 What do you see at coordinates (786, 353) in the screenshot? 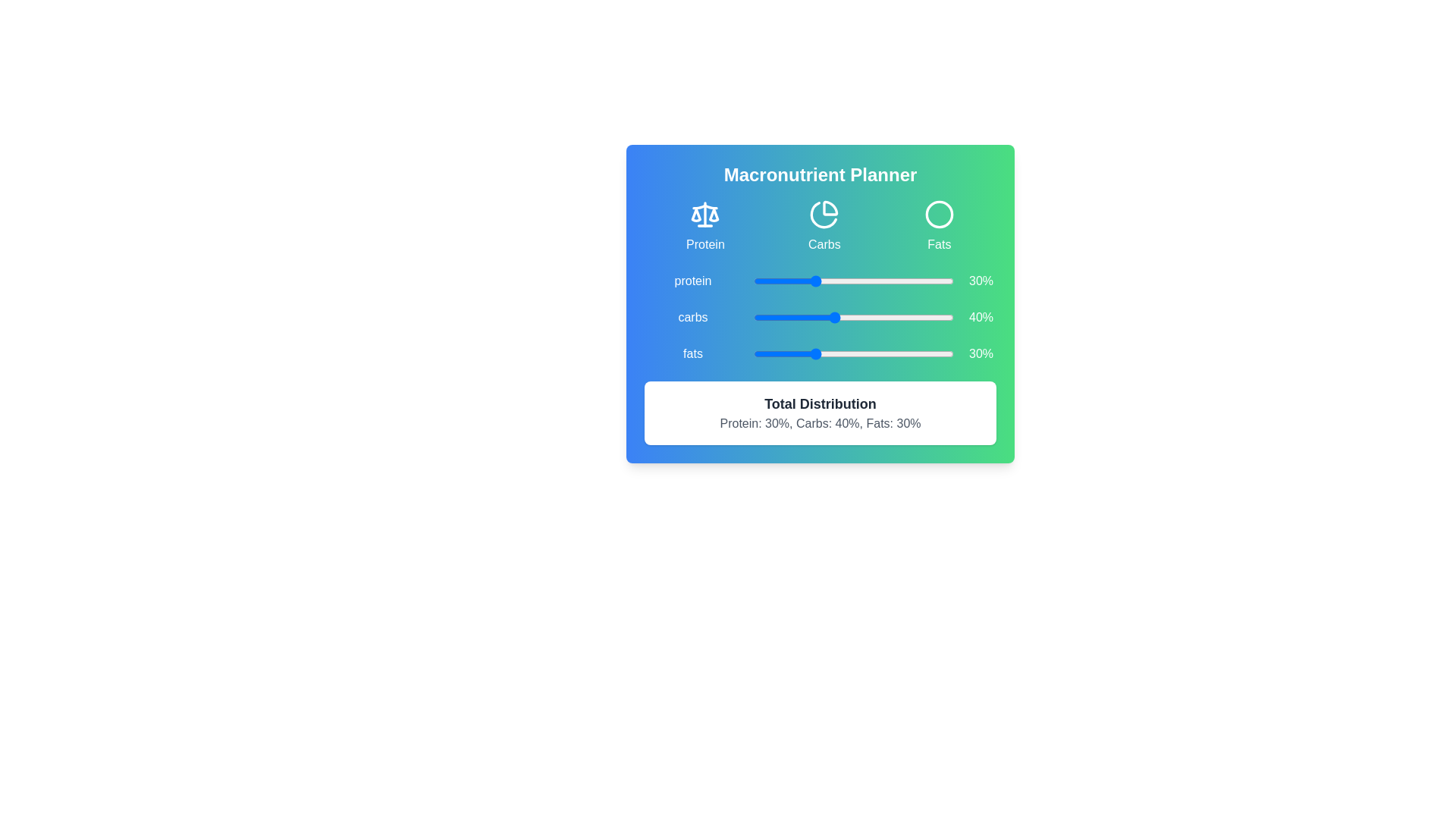
I see `the fats slider` at bounding box center [786, 353].